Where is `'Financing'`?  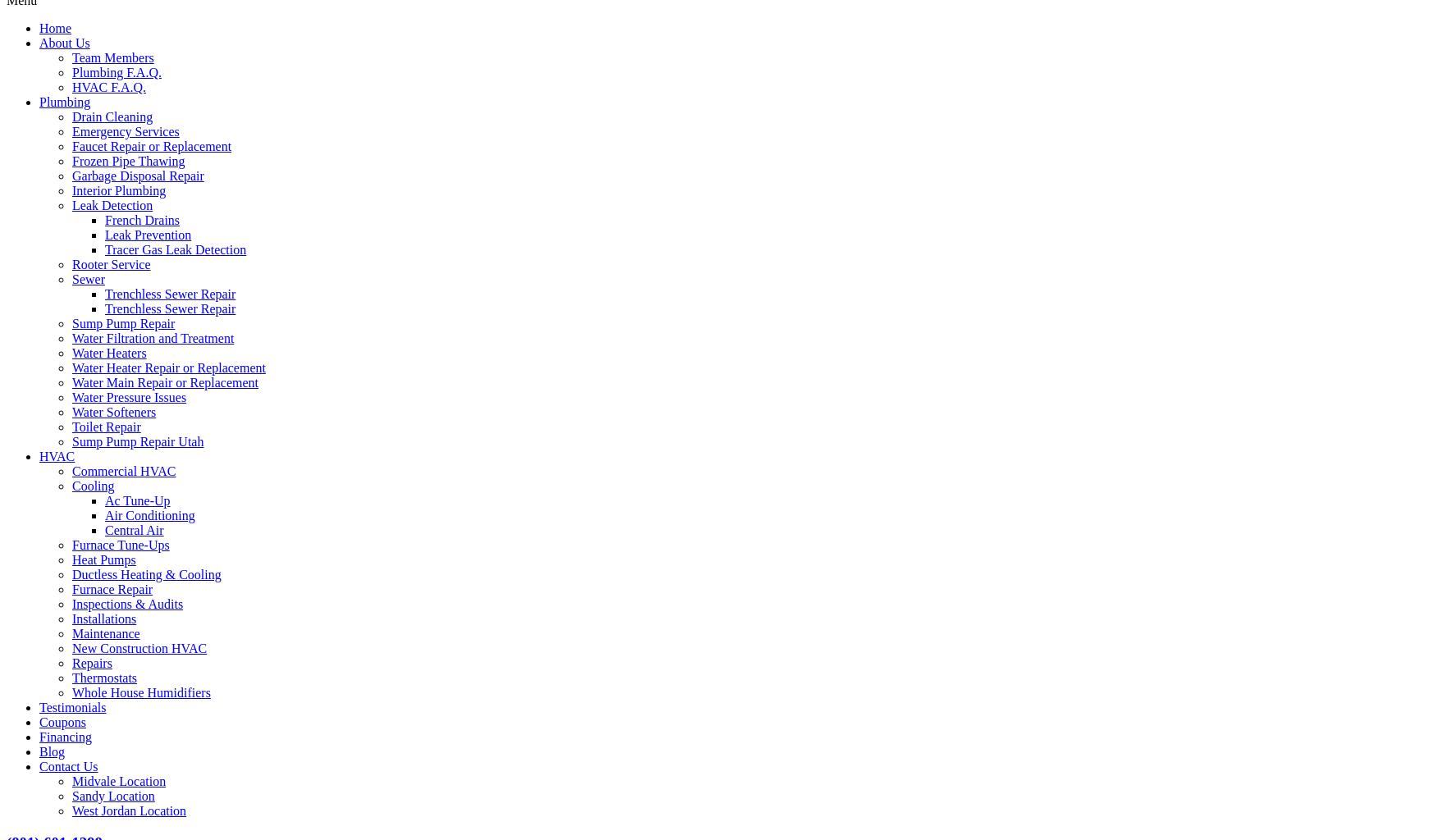 'Financing' is located at coordinates (64, 735).